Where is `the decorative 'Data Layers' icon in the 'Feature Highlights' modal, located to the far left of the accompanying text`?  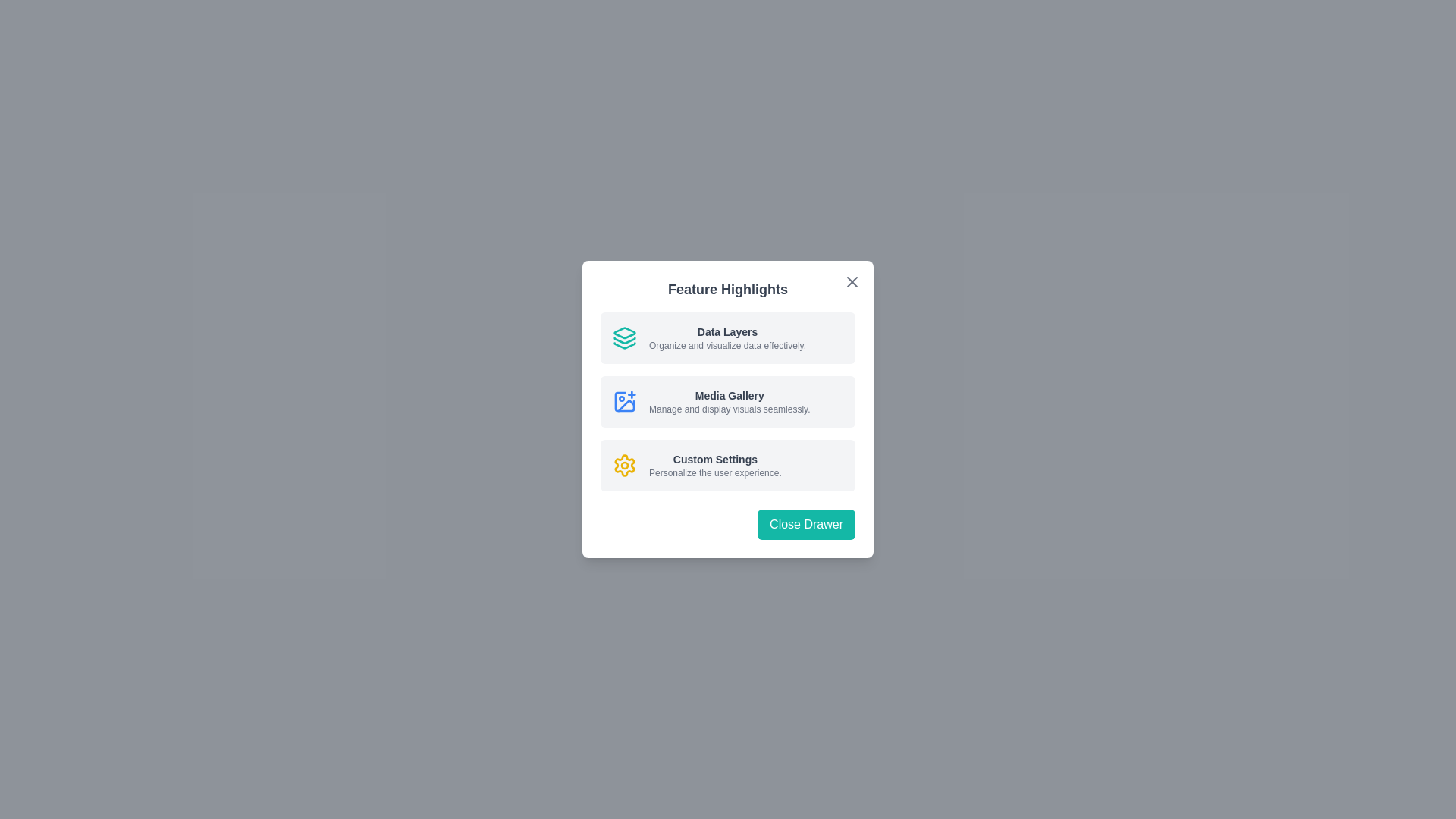
the decorative 'Data Layers' icon in the 'Feature Highlights' modal, located to the far left of the accompanying text is located at coordinates (625, 337).